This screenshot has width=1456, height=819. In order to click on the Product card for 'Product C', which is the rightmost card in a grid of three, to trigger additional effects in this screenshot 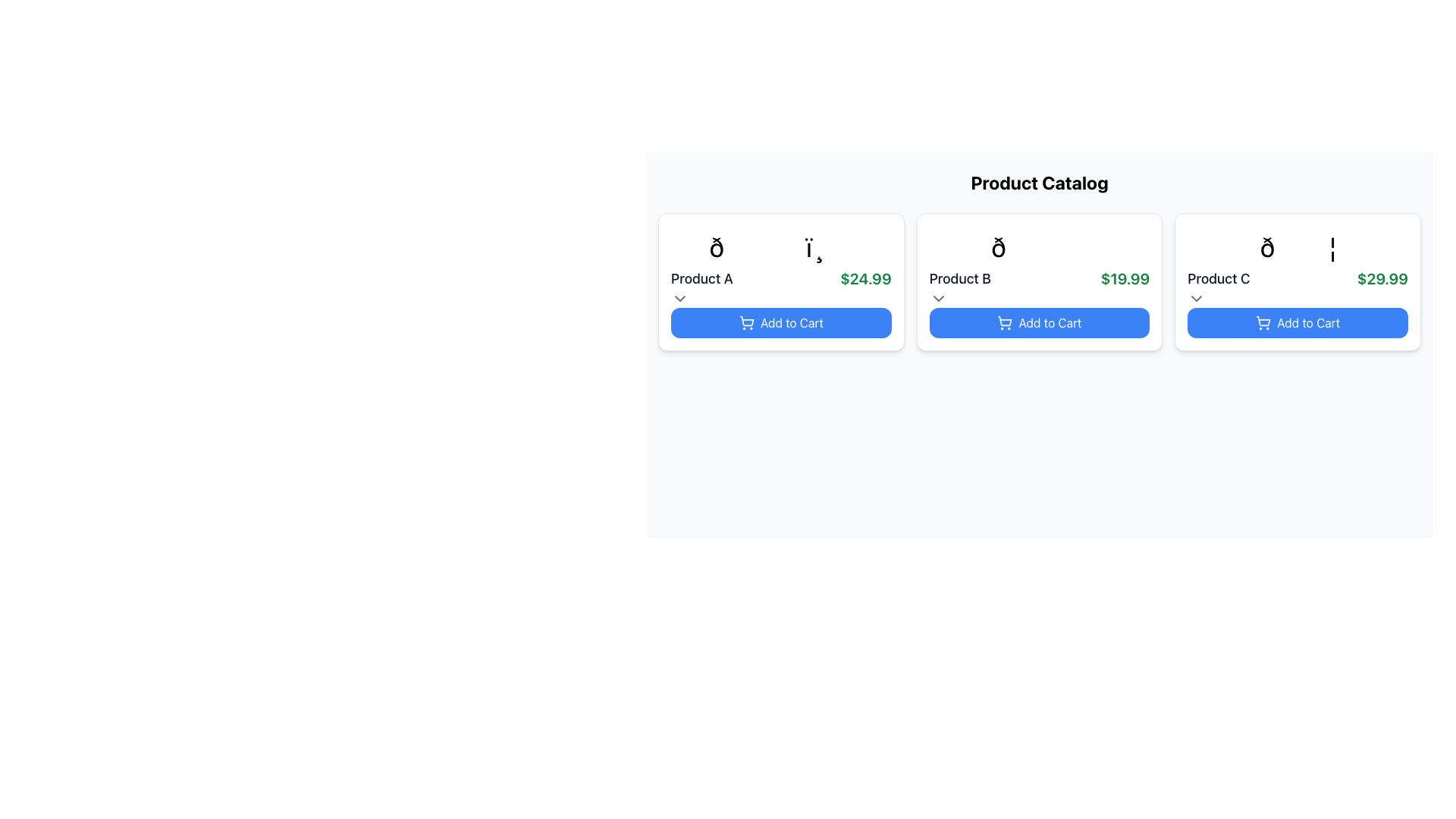, I will do `click(1297, 281)`.